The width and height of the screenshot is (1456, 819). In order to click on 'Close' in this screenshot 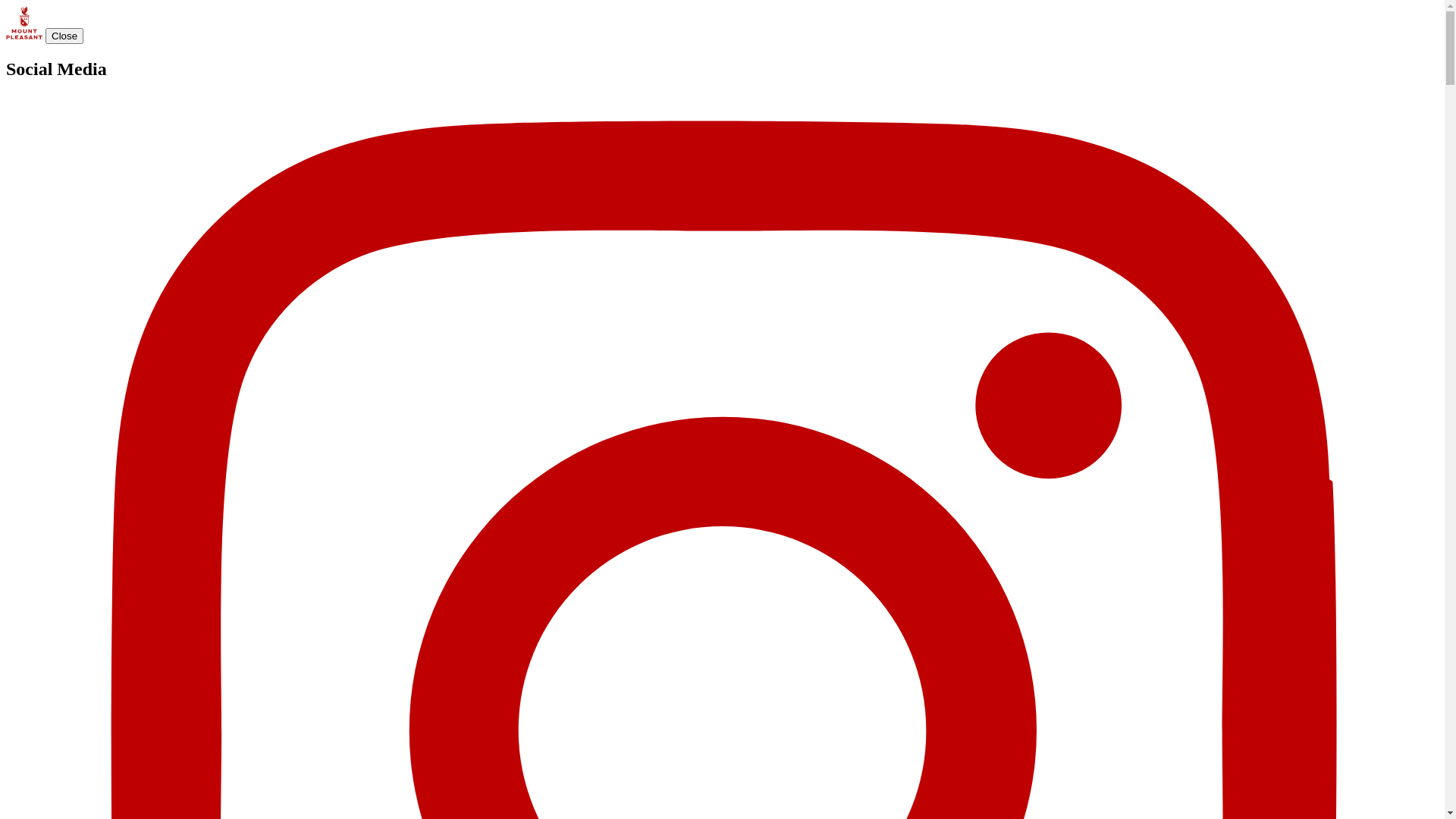, I will do `click(64, 35)`.